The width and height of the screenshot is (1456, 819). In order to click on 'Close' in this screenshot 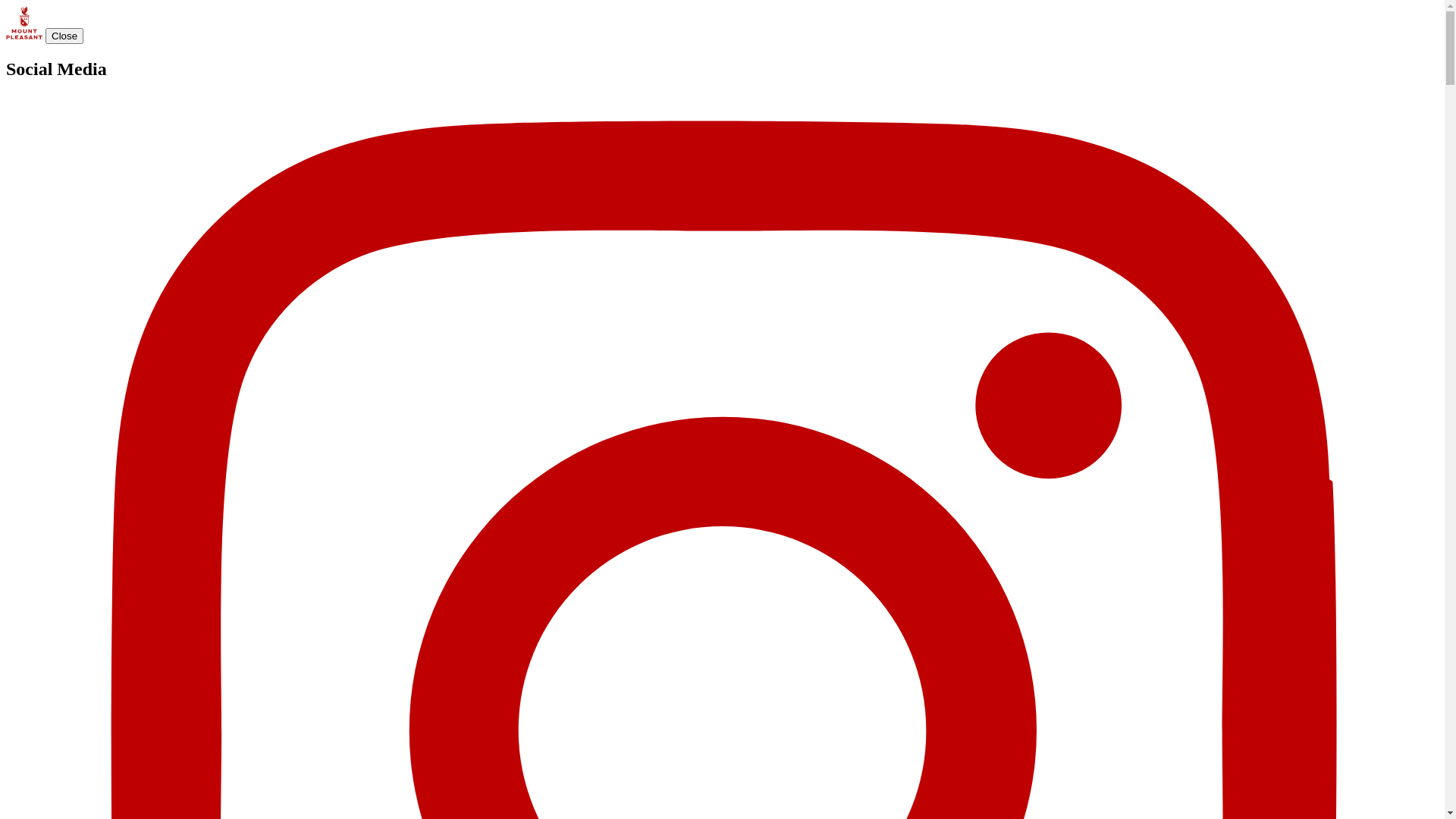, I will do `click(64, 35)`.